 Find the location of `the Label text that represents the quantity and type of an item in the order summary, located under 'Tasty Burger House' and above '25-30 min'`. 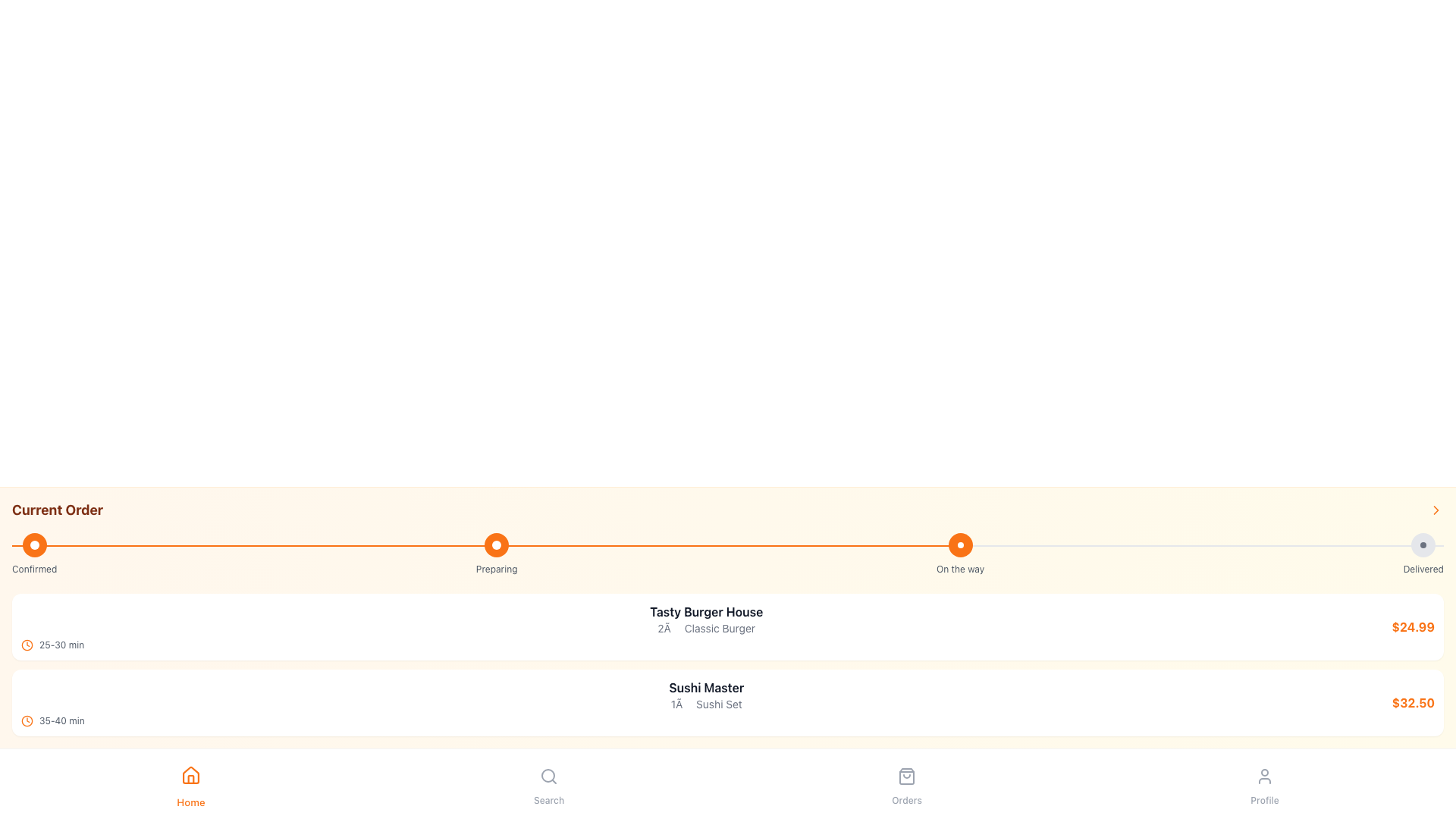

the Label text that represents the quantity and type of an item in the order summary, located under 'Tasty Burger House' and above '25-30 min' is located at coordinates (705, 629).